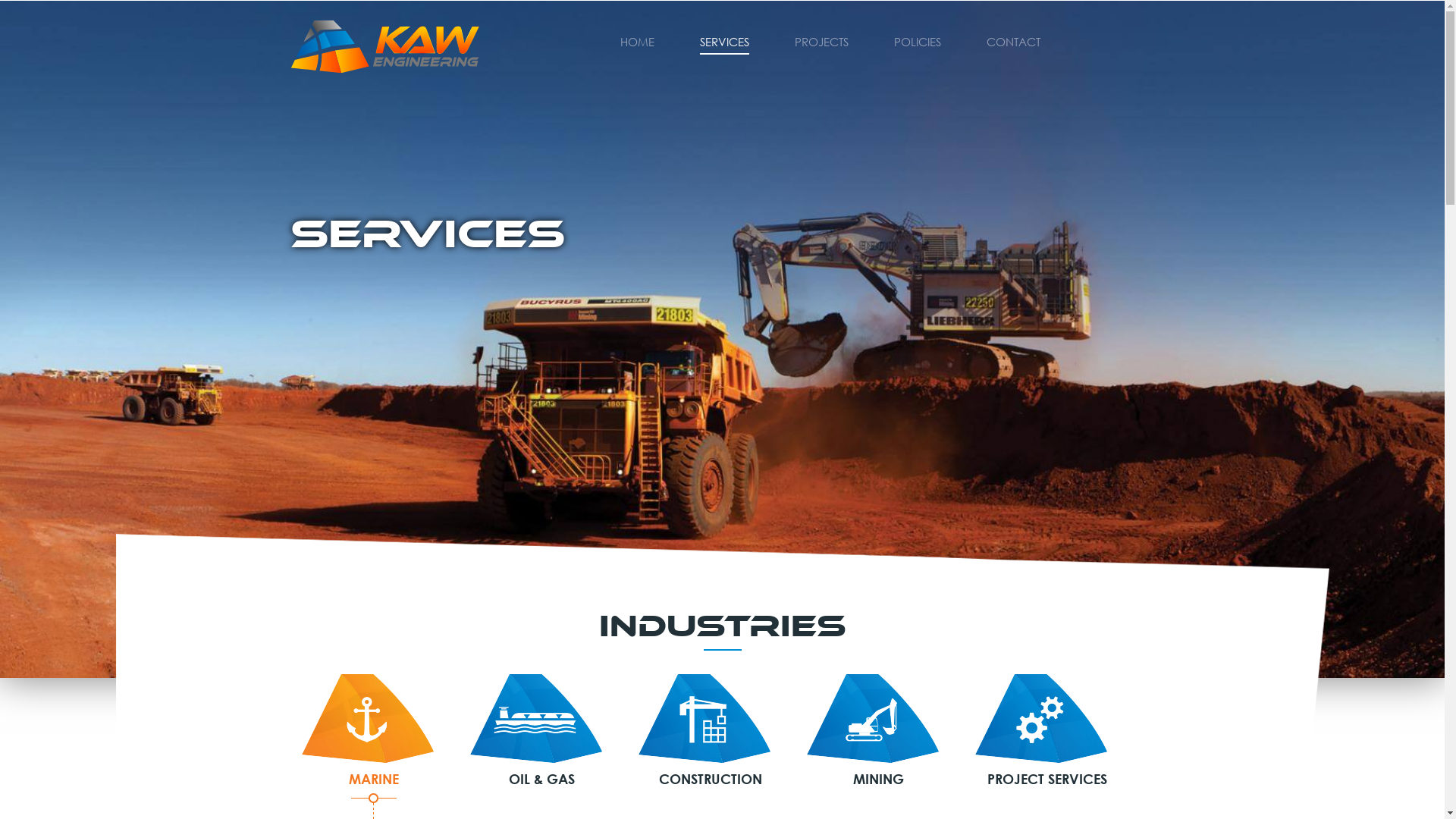 The height and width of the screenshot is (819, 1456). I want to click on 'PROJECTS', so click(821, 39).